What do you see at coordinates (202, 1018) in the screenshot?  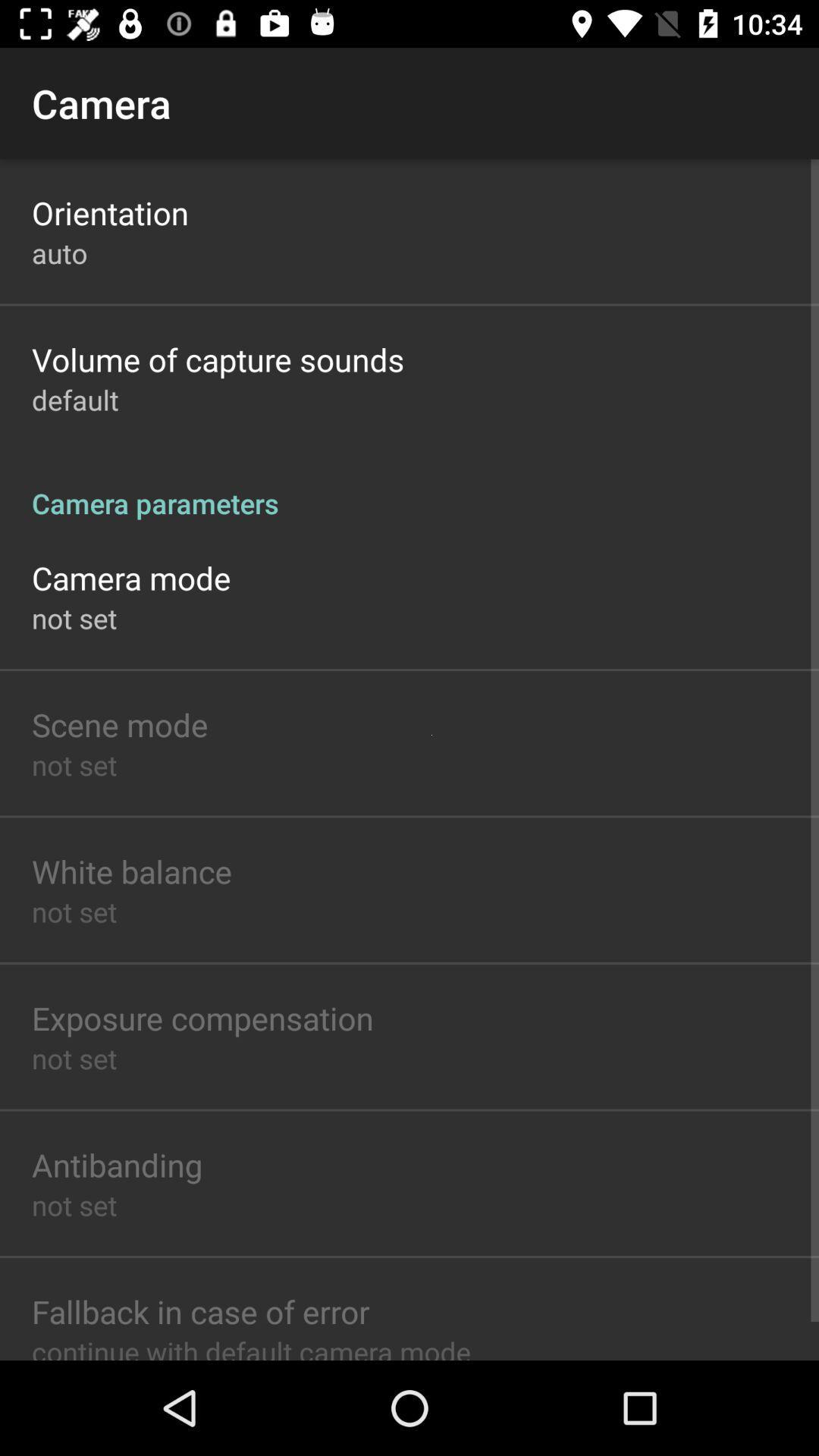 I see `icon above not set` at bounding box center [202, 1018].